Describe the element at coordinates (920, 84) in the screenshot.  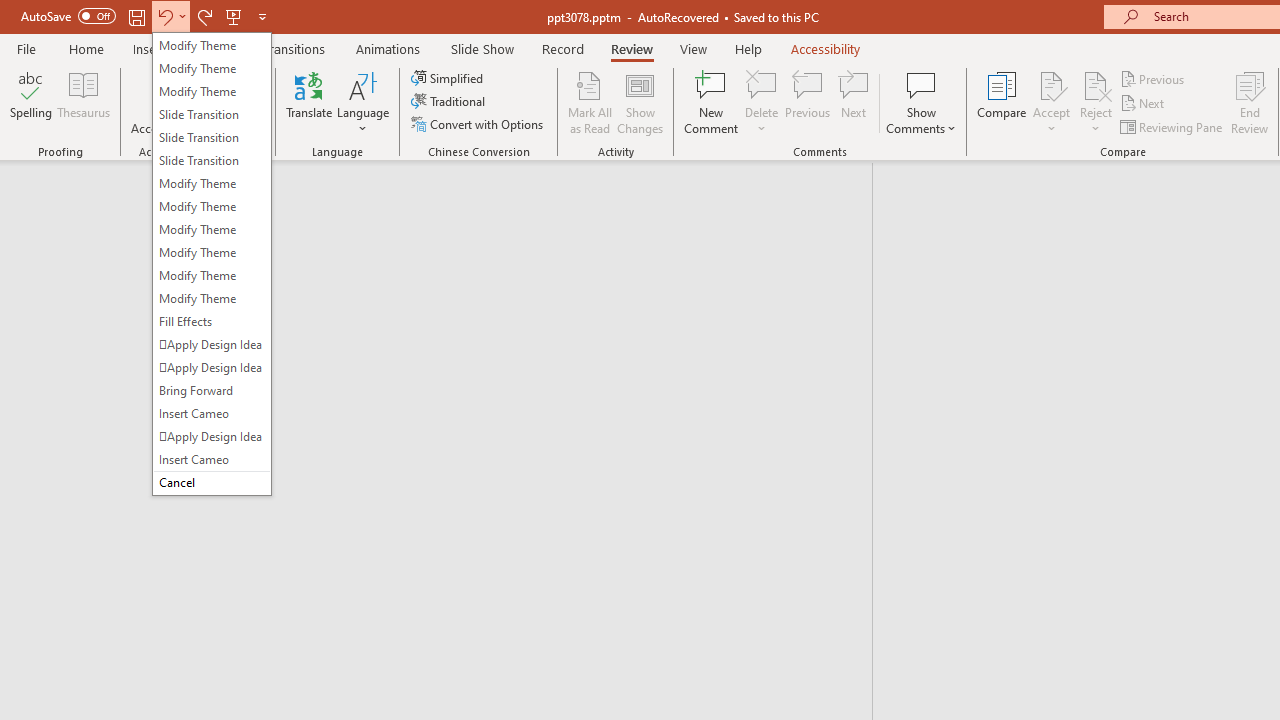
I see `'Show Comments'` at that location.